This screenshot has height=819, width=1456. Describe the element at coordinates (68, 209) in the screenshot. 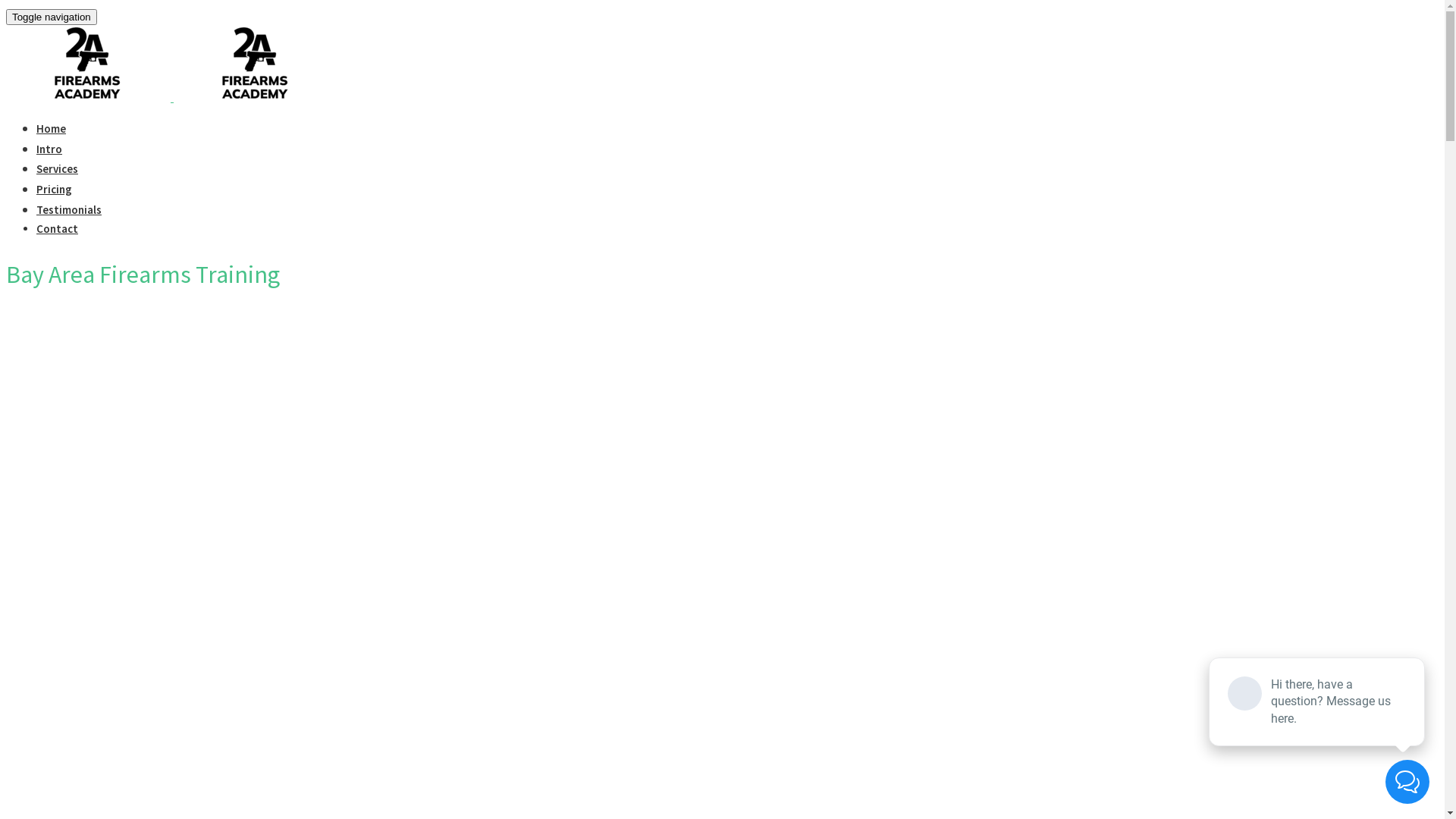

I see `'Testimonials'` at that location.